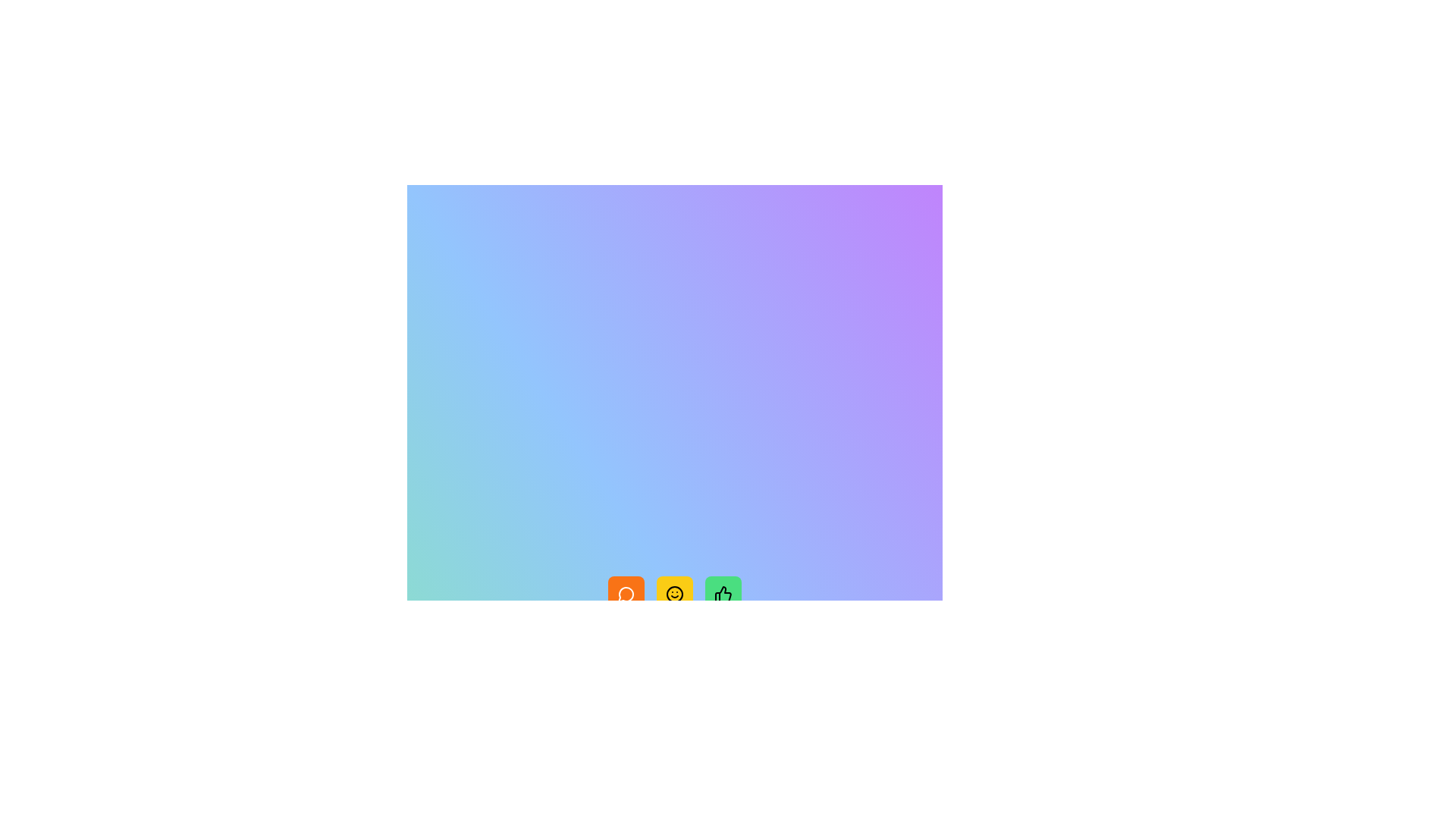  Describe the element at coordinates (723, 593) in the screenshot. I see `the thumbs-up icon drawn in line style enclosed in a green rounded square for keyboard interaction` at that location.